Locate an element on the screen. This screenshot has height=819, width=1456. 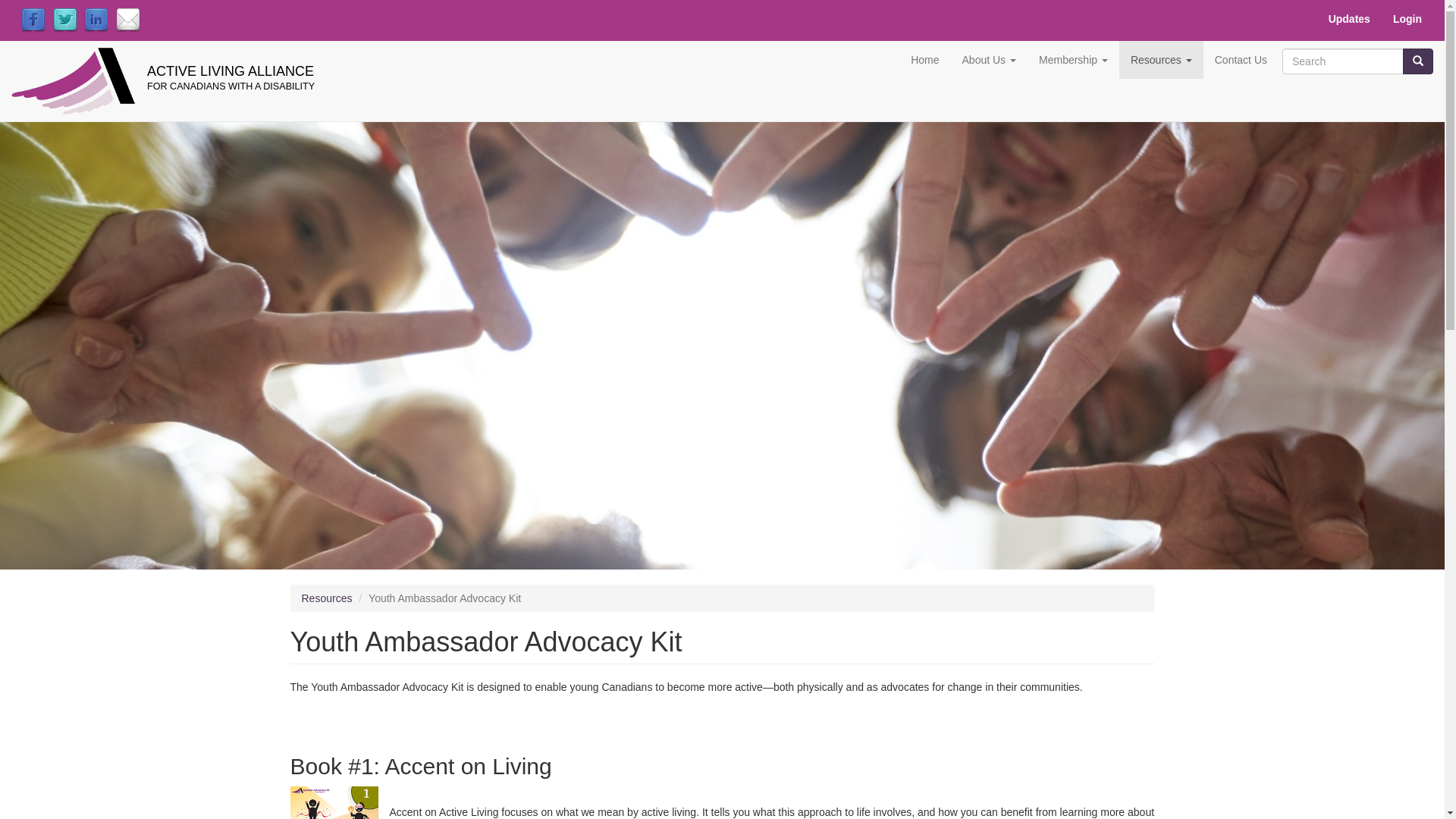
'Enter the terms you wish to search for.' is located at coordinates (1281, 61).